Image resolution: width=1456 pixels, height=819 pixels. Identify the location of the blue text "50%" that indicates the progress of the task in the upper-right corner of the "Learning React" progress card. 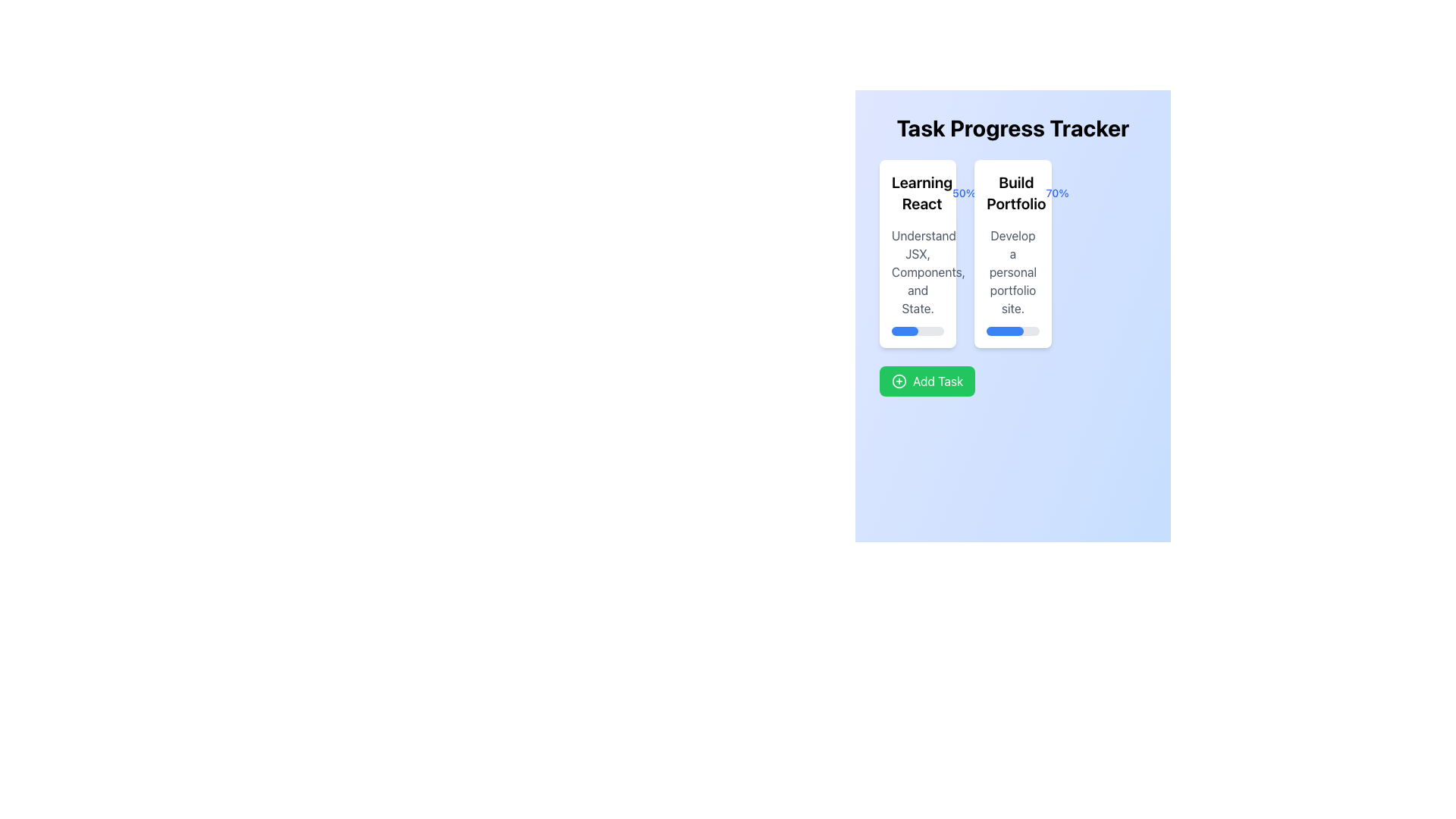
(963, 192).